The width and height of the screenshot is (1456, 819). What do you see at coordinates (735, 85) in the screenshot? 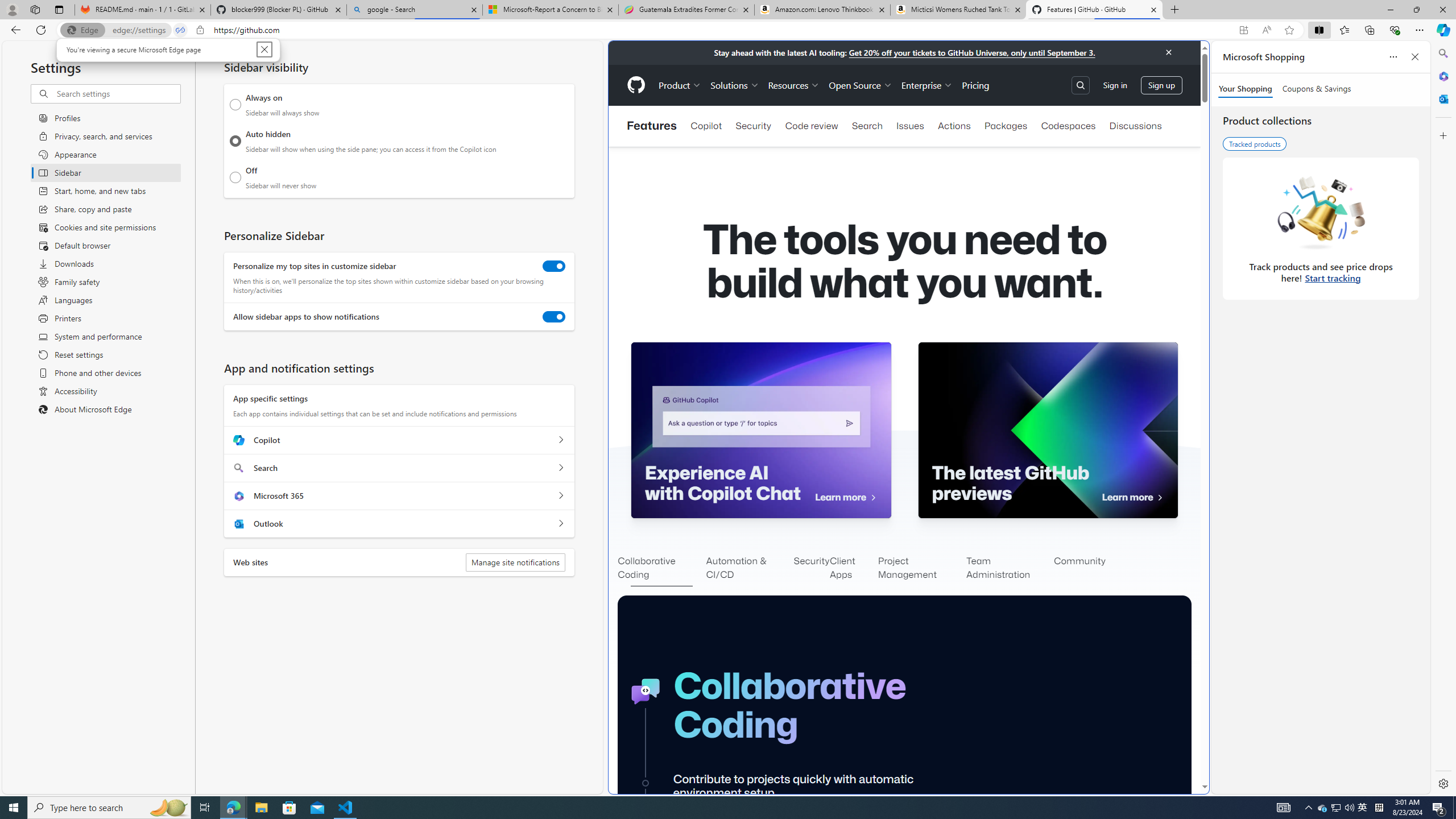
I see `'Solutions'` at bounding box center [735, 85].